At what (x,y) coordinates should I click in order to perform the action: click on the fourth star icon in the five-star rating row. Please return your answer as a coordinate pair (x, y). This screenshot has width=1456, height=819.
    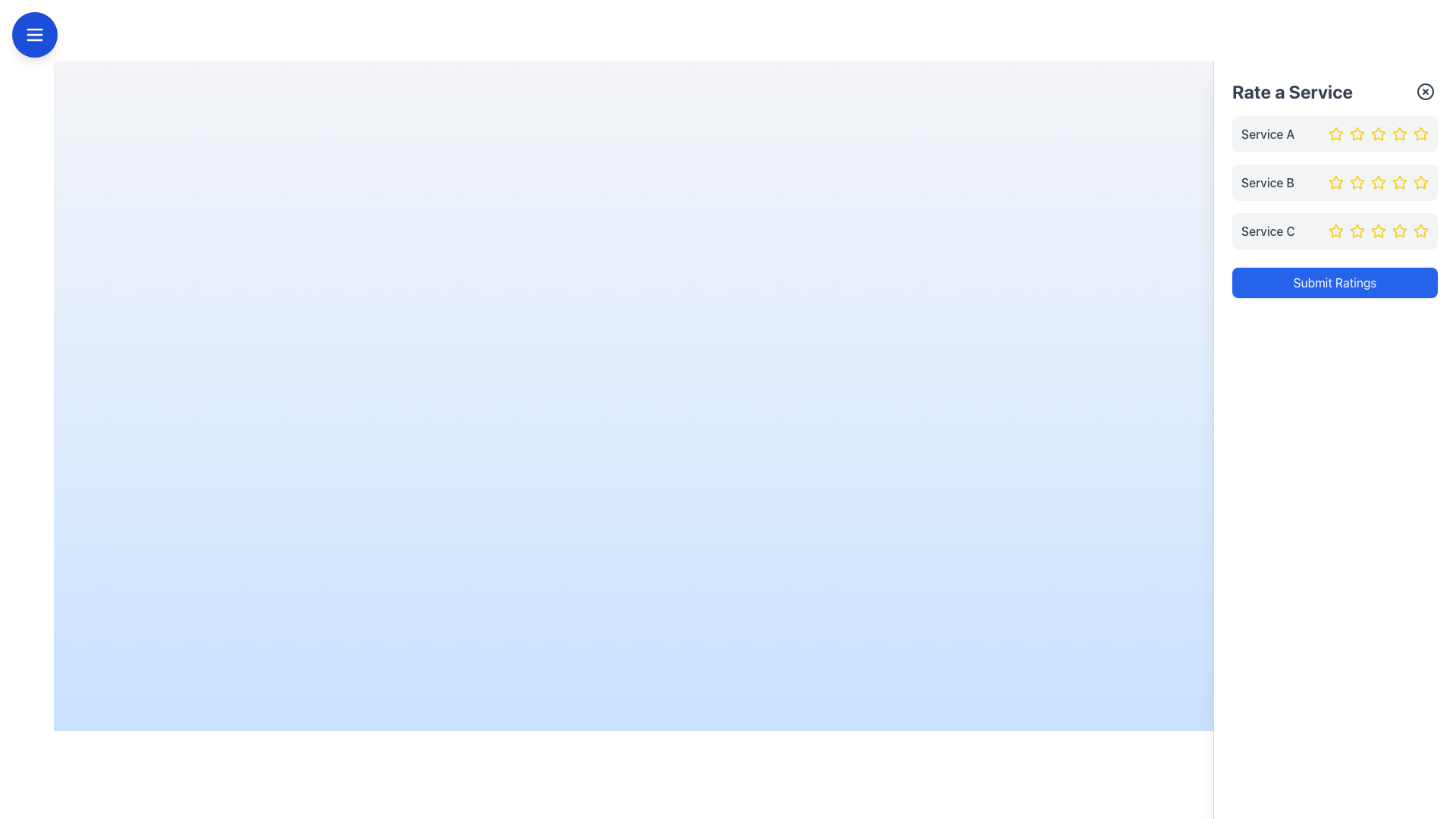
    Looking at the image, I should click on (1379, 181).